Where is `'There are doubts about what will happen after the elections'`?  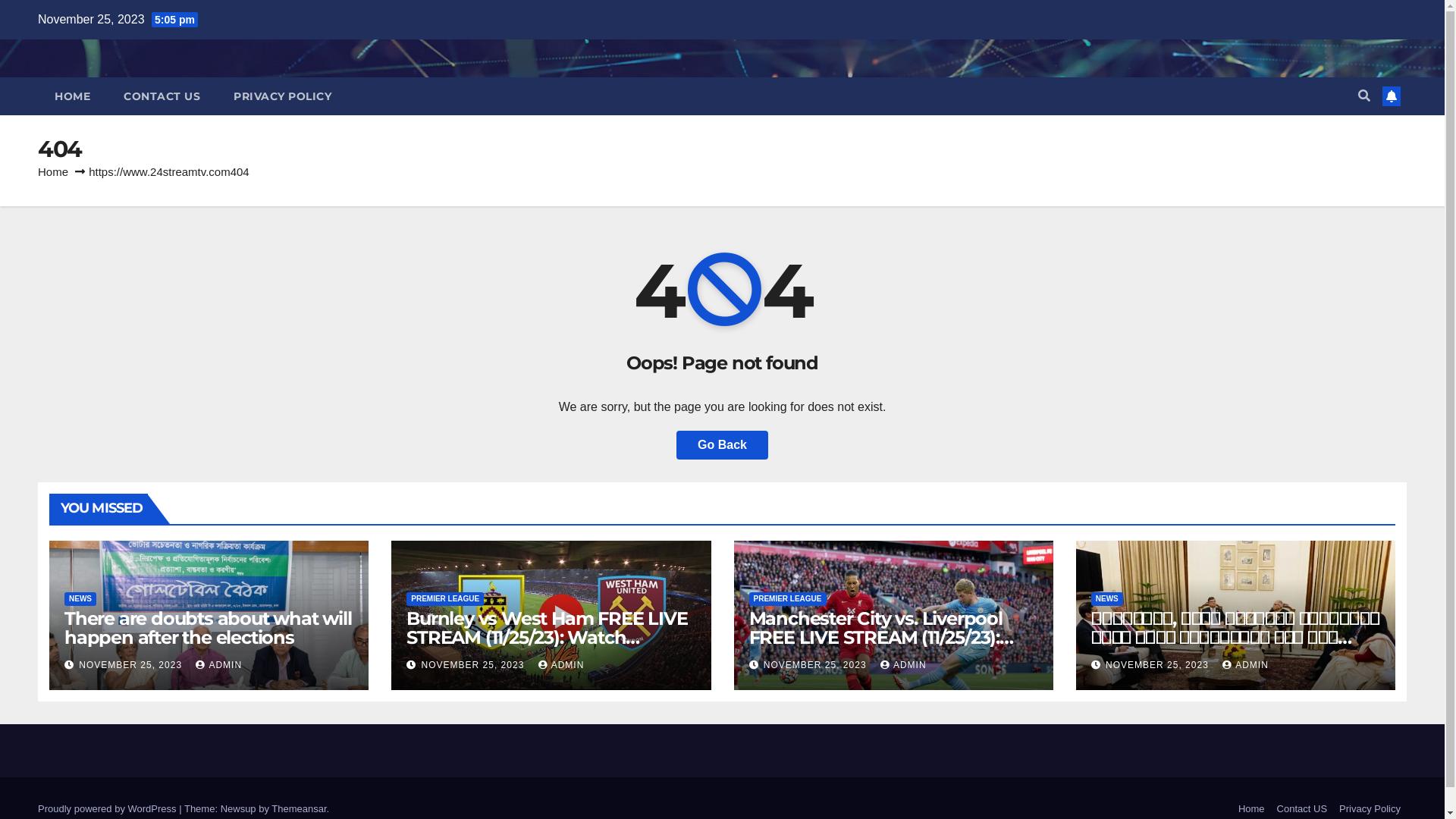
'There are doubts about what will happen after the elections' is located at coordinates (207, 628).